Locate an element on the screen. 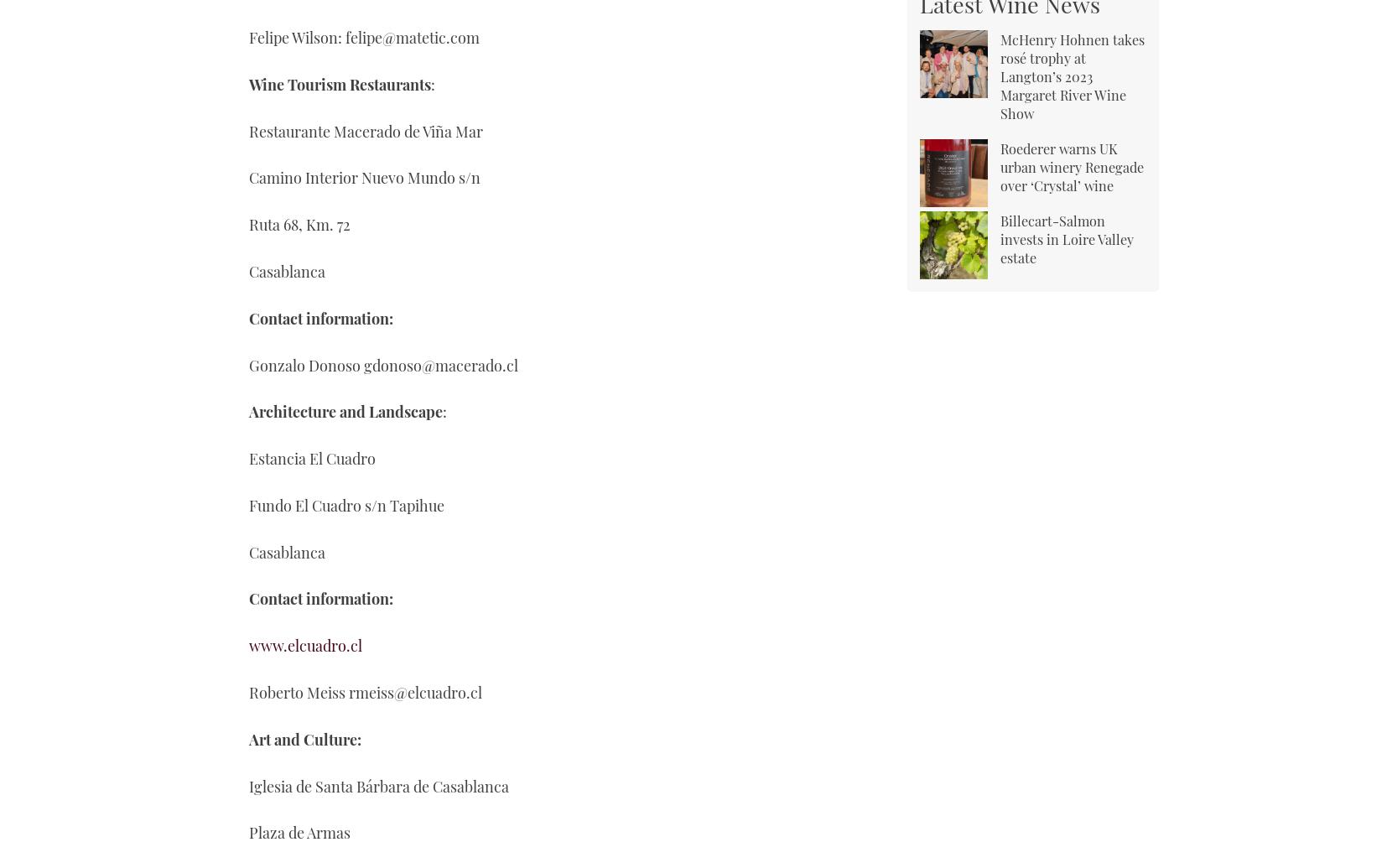 This screenshot has height=868, width=1387. 'Architecture and Landscape' is located at coordinates (345, 412).